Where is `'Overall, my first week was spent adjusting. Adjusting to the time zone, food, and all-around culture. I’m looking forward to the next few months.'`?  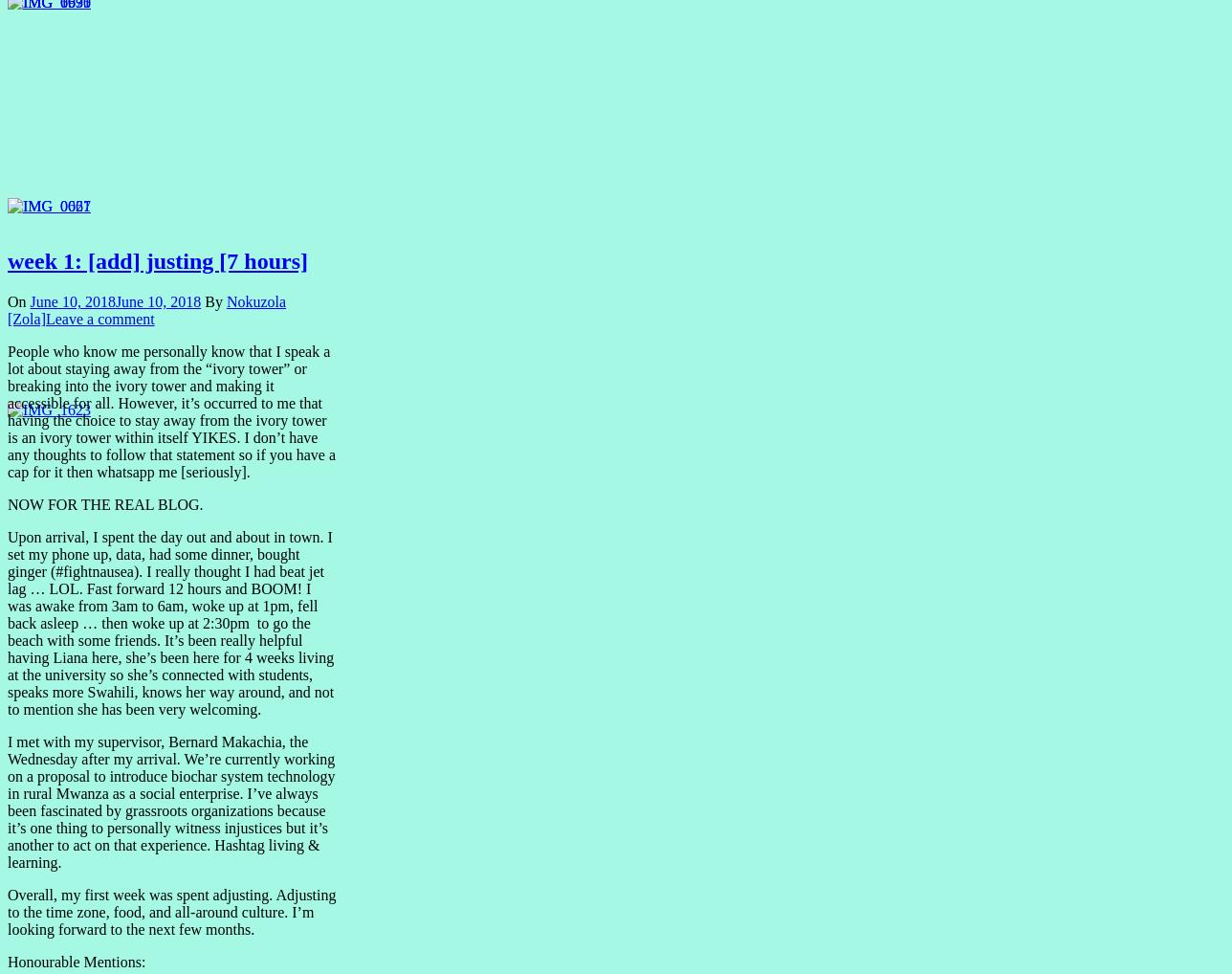
'Overall, my first week was spent adjusting. Adjusting to the time zone, food, and all-around culture. I’m looking forward to the next few months.' is located at coordinates (171, 911).